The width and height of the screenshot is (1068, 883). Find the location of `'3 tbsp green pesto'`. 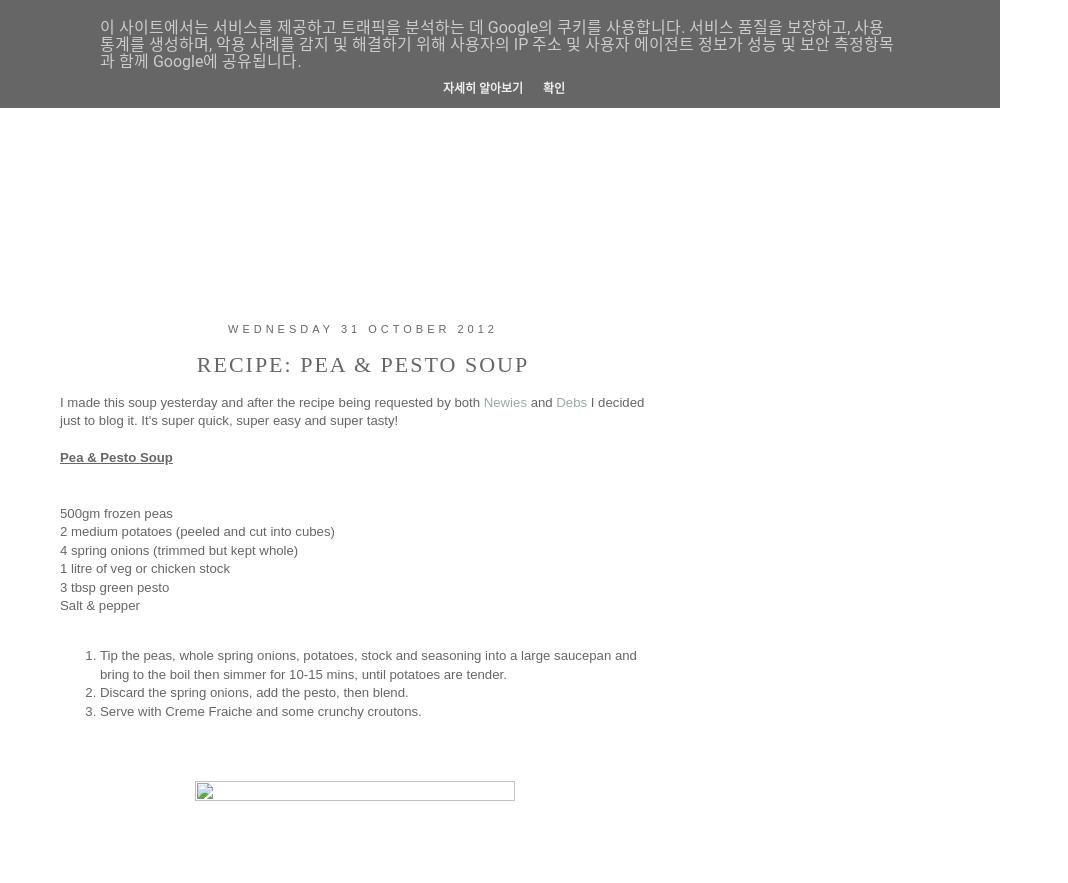

'3 tbsp green pesto' is located at coordinates (113, 585).